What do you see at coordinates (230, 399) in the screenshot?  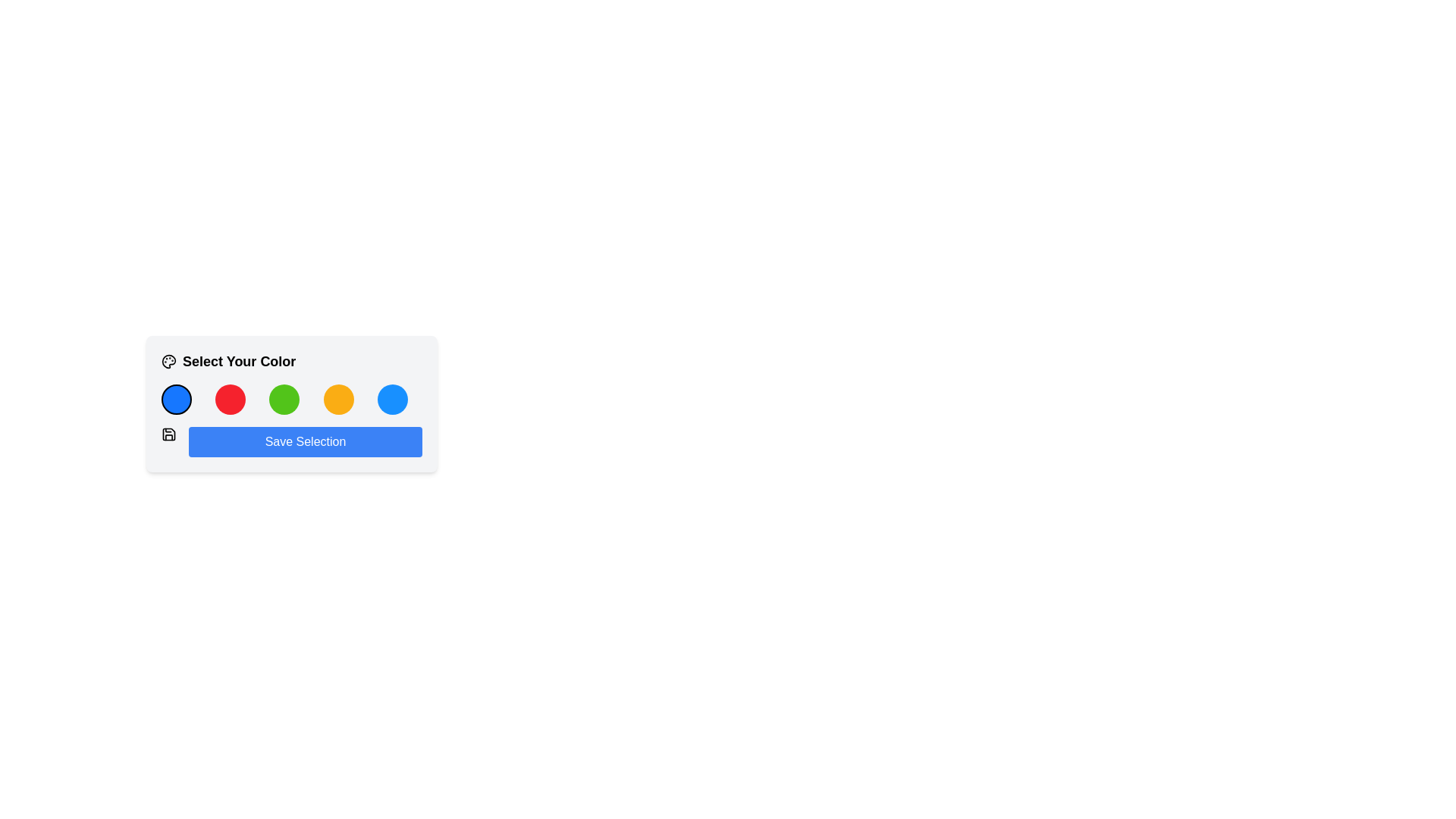 I see `the second circular selectable option from the left in the horizontal row` at bounding box center [230, 399].